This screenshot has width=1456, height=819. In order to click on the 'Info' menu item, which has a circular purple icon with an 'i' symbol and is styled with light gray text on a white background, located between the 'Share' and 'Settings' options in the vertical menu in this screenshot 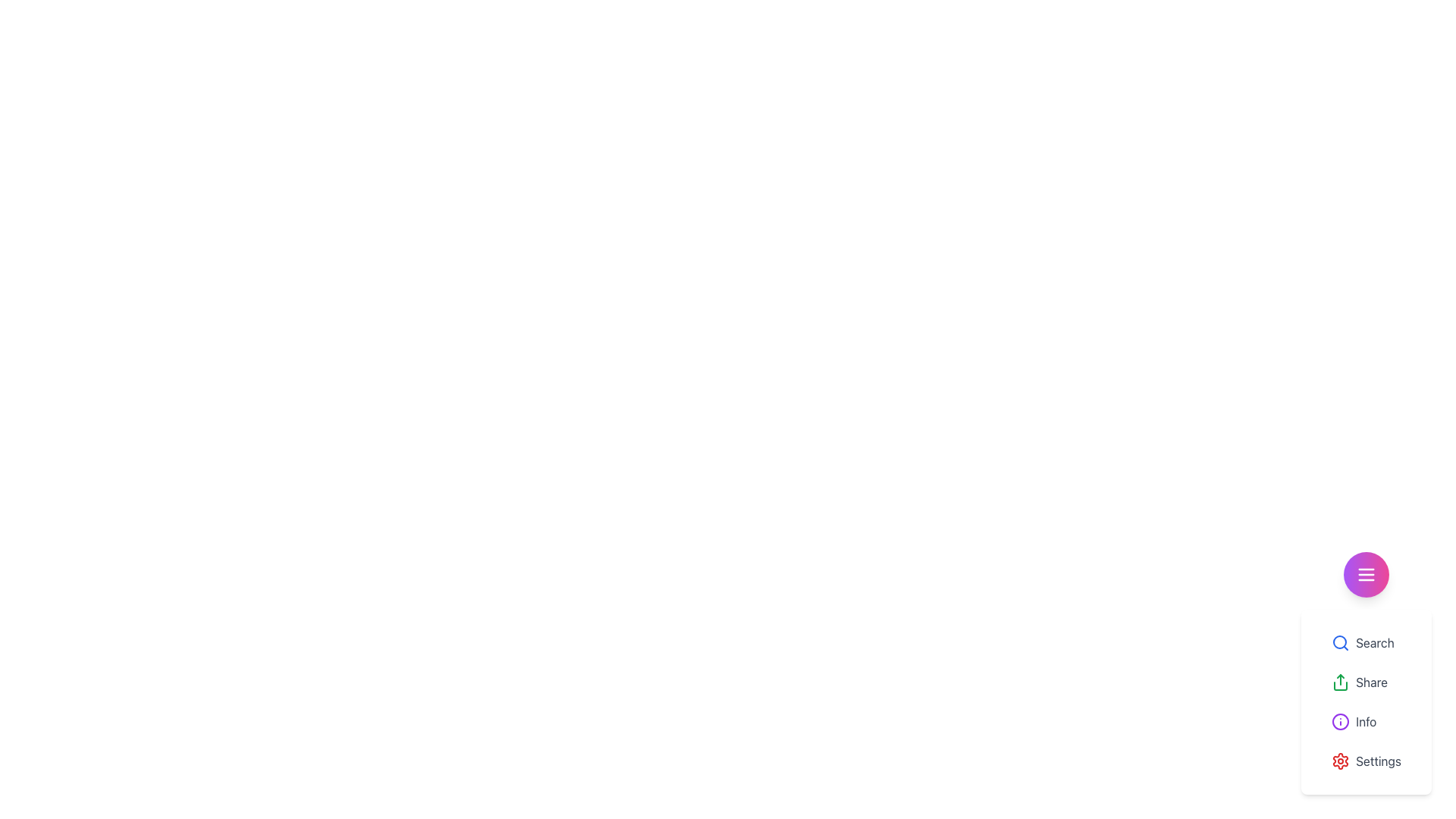, I will do `click(1367, 721)`.